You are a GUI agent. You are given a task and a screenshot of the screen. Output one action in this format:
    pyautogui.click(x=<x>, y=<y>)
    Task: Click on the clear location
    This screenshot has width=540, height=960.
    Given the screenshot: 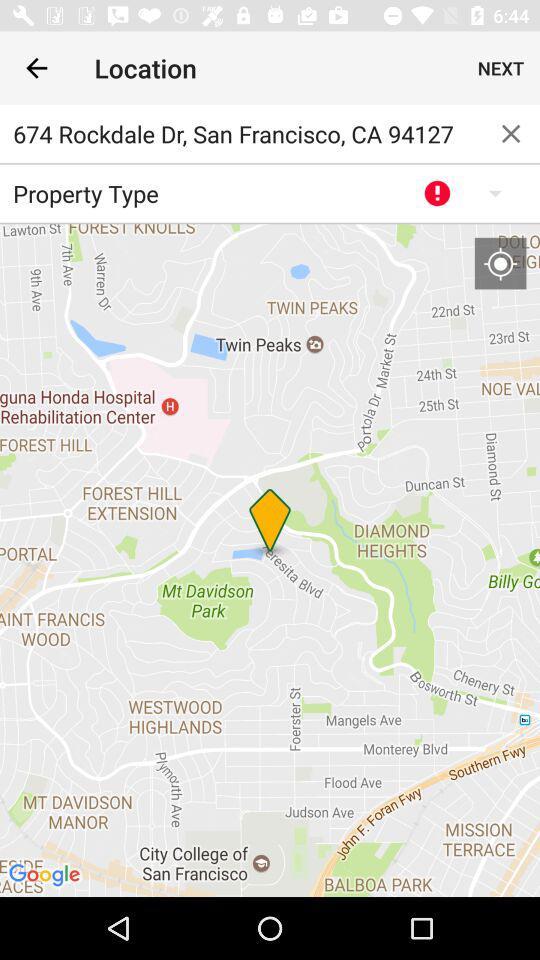 What is the action you would take?
    pyautogui.click(x=511, y=132)
    